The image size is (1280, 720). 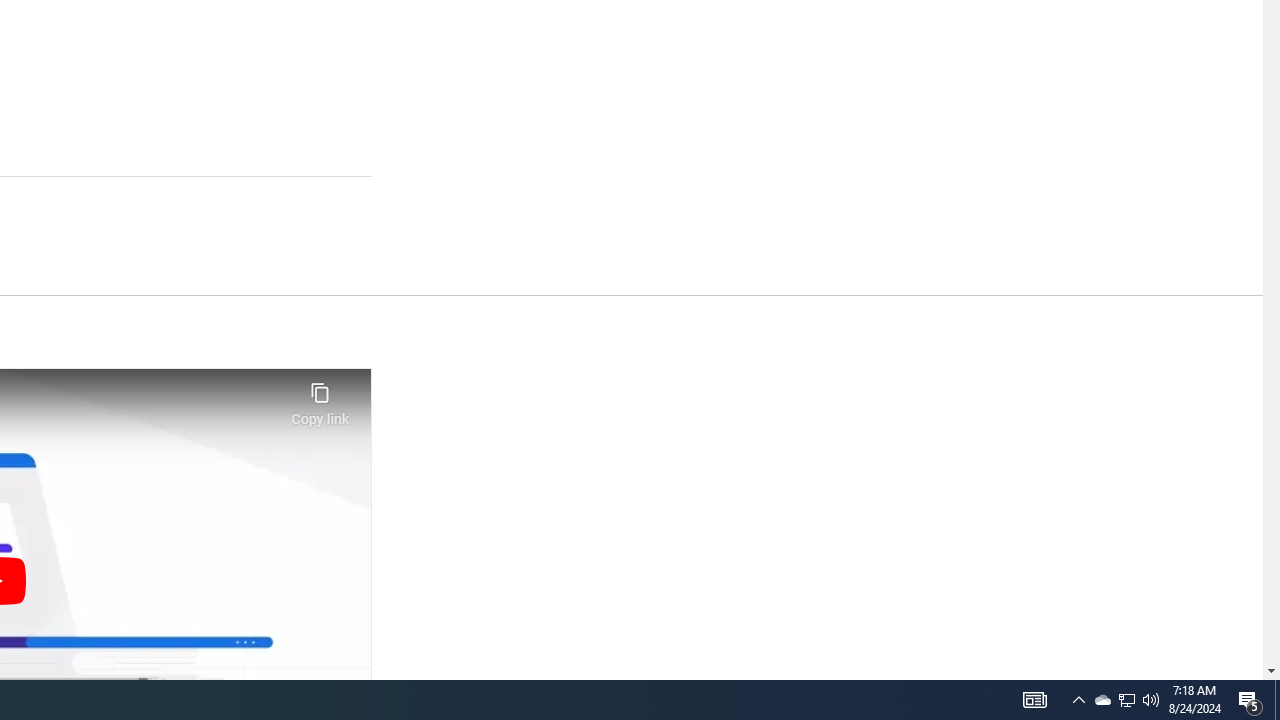 What do you see at coordinates (320, 398) in the screenshot?
I see `'Copy link'` at bounding box center [320, 398].